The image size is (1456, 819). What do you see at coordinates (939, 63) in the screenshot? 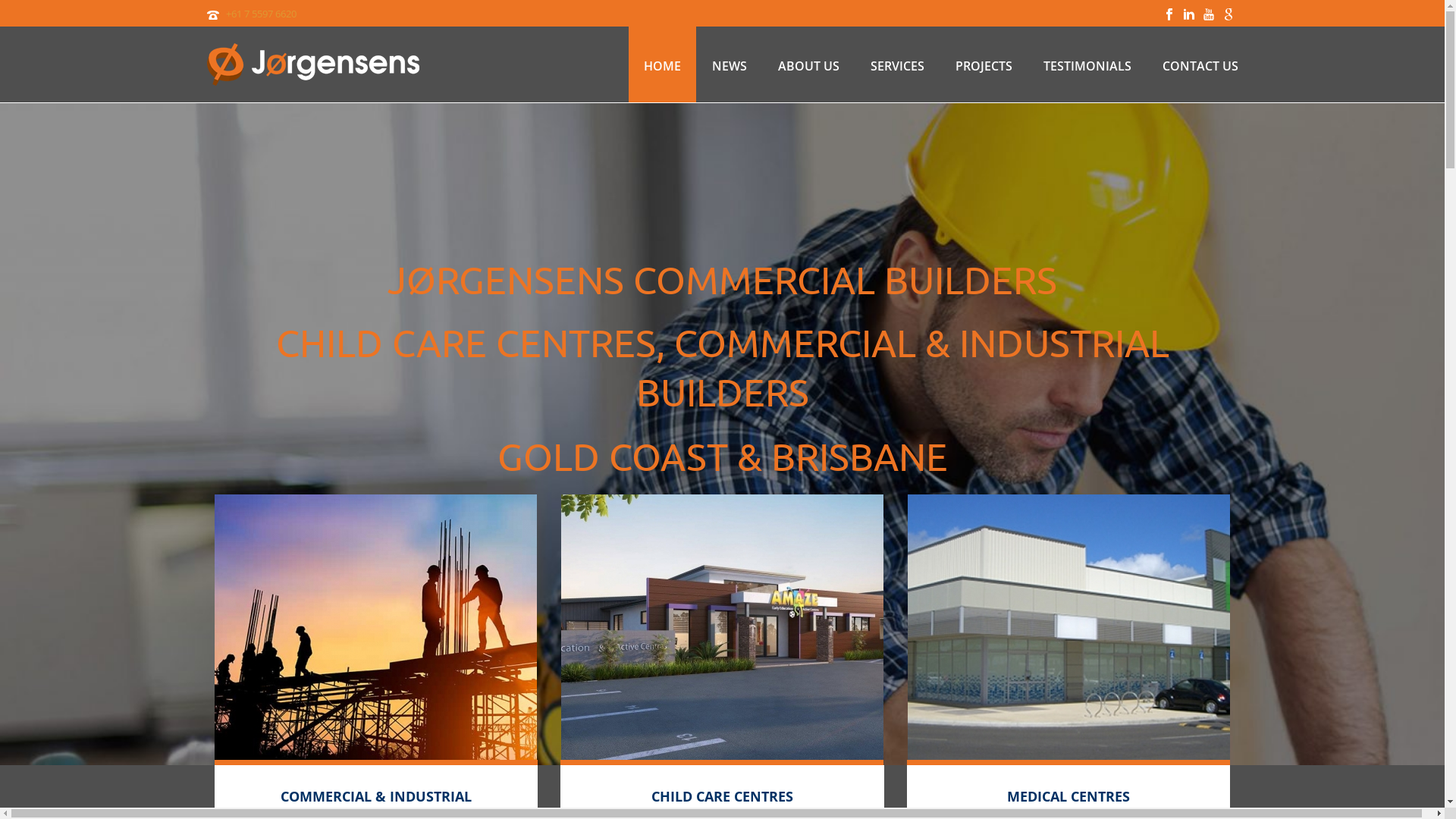
I see `'PROJECTS'` at bounding box center [939, 63].